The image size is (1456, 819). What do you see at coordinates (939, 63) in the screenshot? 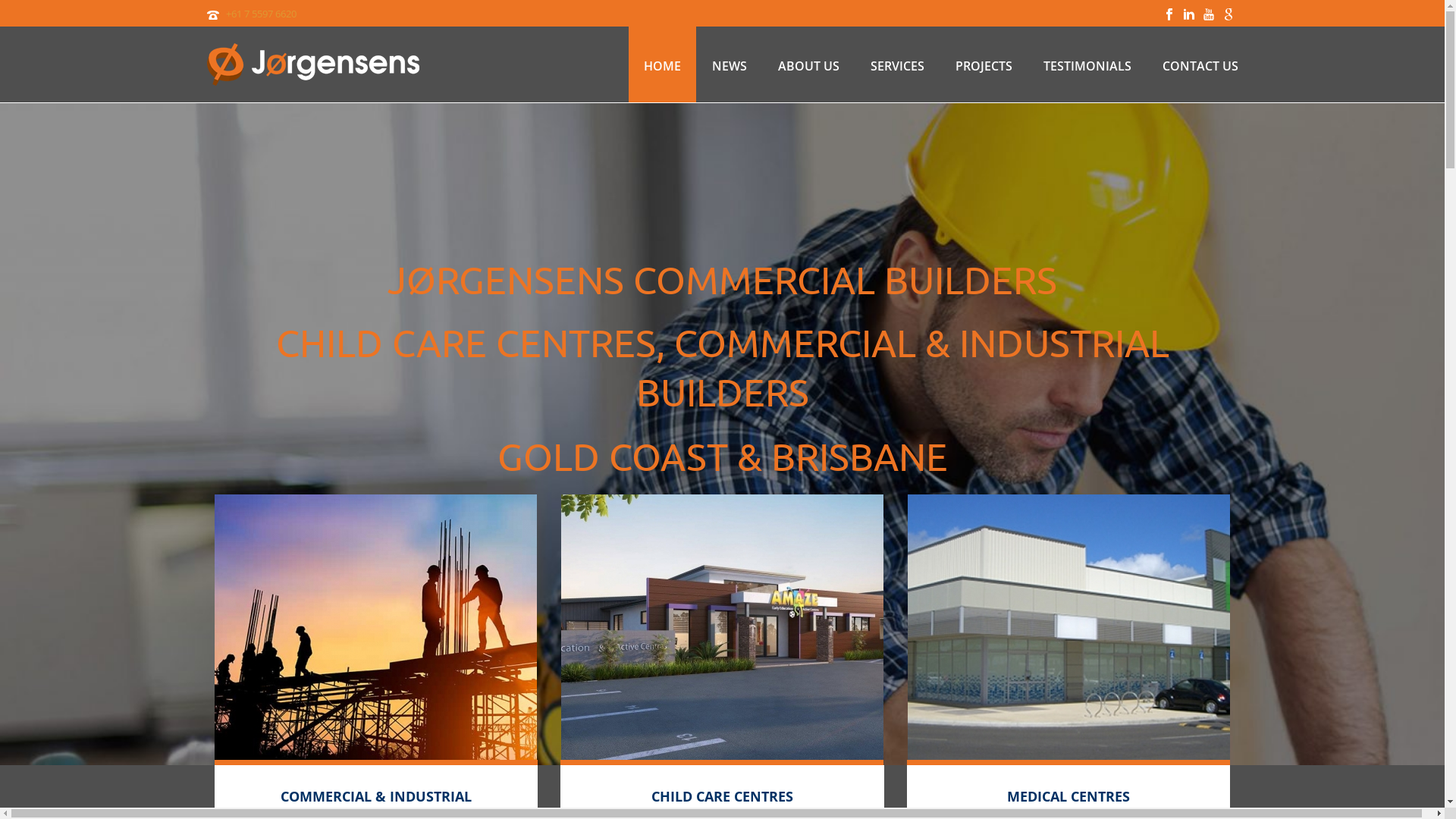
I see `'PROJECTS'` at bounding box center [939, 63].